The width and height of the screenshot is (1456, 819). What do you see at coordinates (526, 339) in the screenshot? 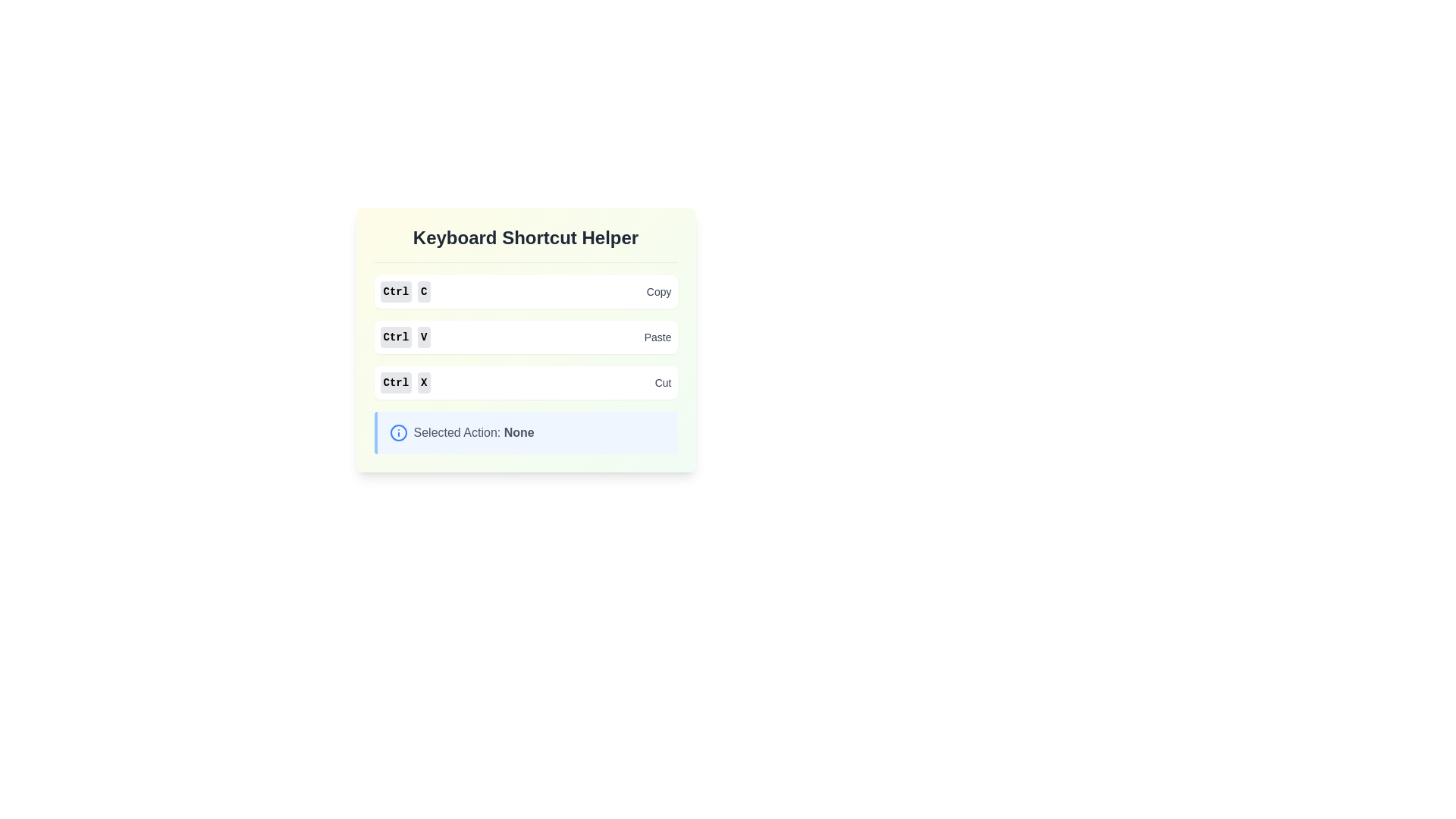
I see `the Informational Panel titled 'Keyboard Shortcut Helper', which features a gradient yellow-green background and displays keyboard shortcuts in a grid pattern` at bounding box center [526, 339].